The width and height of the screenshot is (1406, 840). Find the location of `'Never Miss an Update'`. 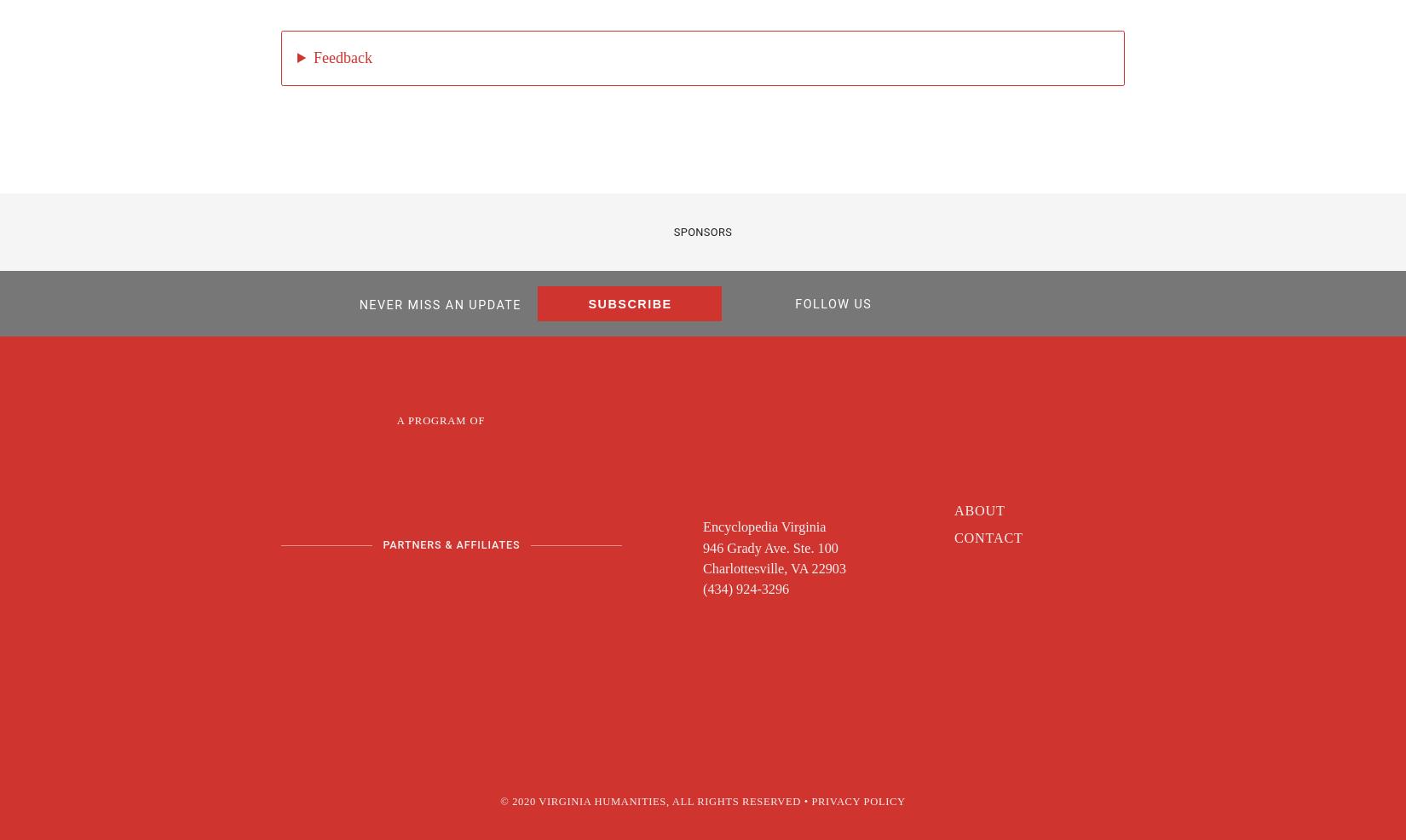

'Never Miss an Update' is located at coordinates (438, 304).